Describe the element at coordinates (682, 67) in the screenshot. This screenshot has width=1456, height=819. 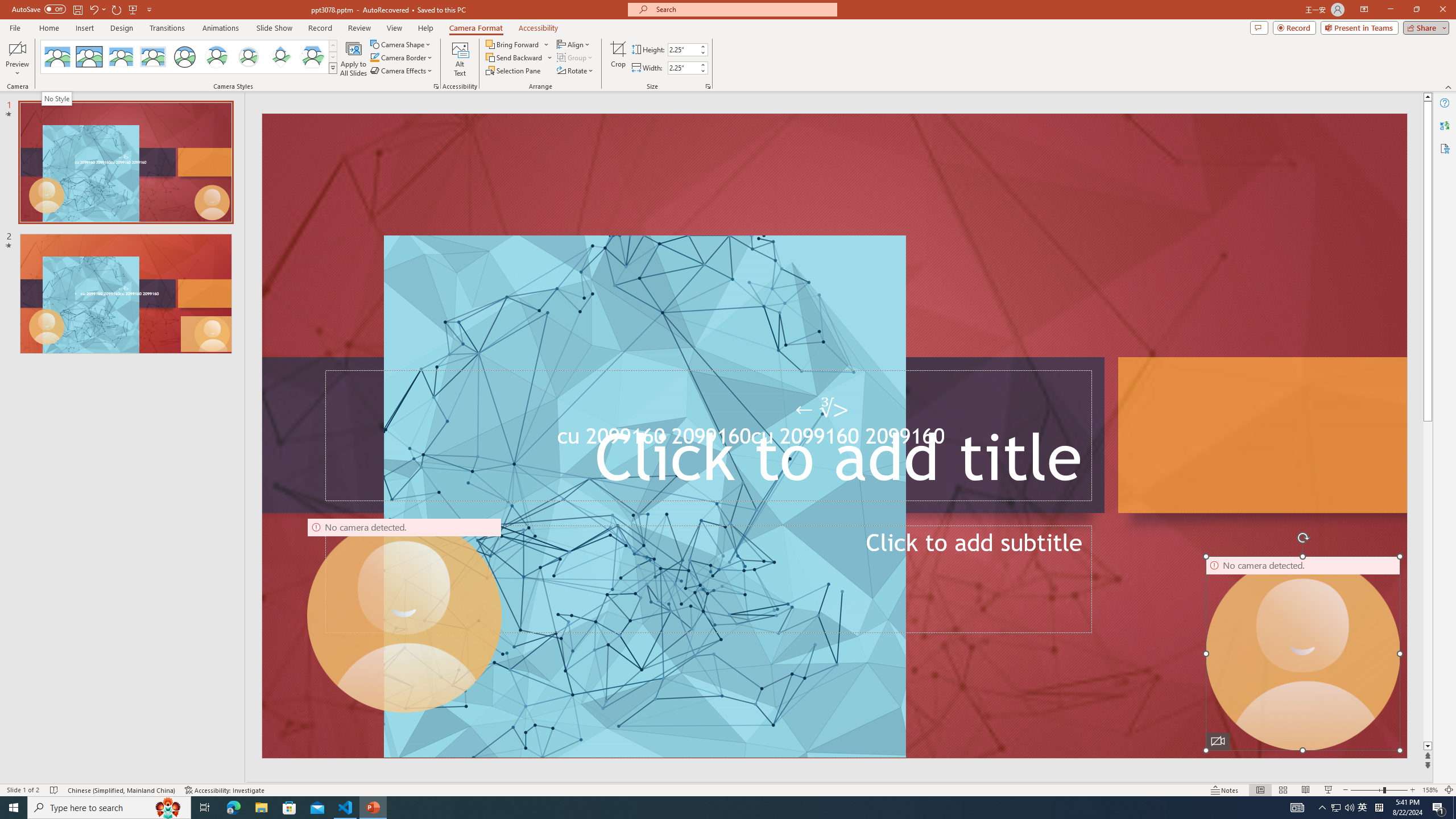
I see `'Cameo Width'` at that location.